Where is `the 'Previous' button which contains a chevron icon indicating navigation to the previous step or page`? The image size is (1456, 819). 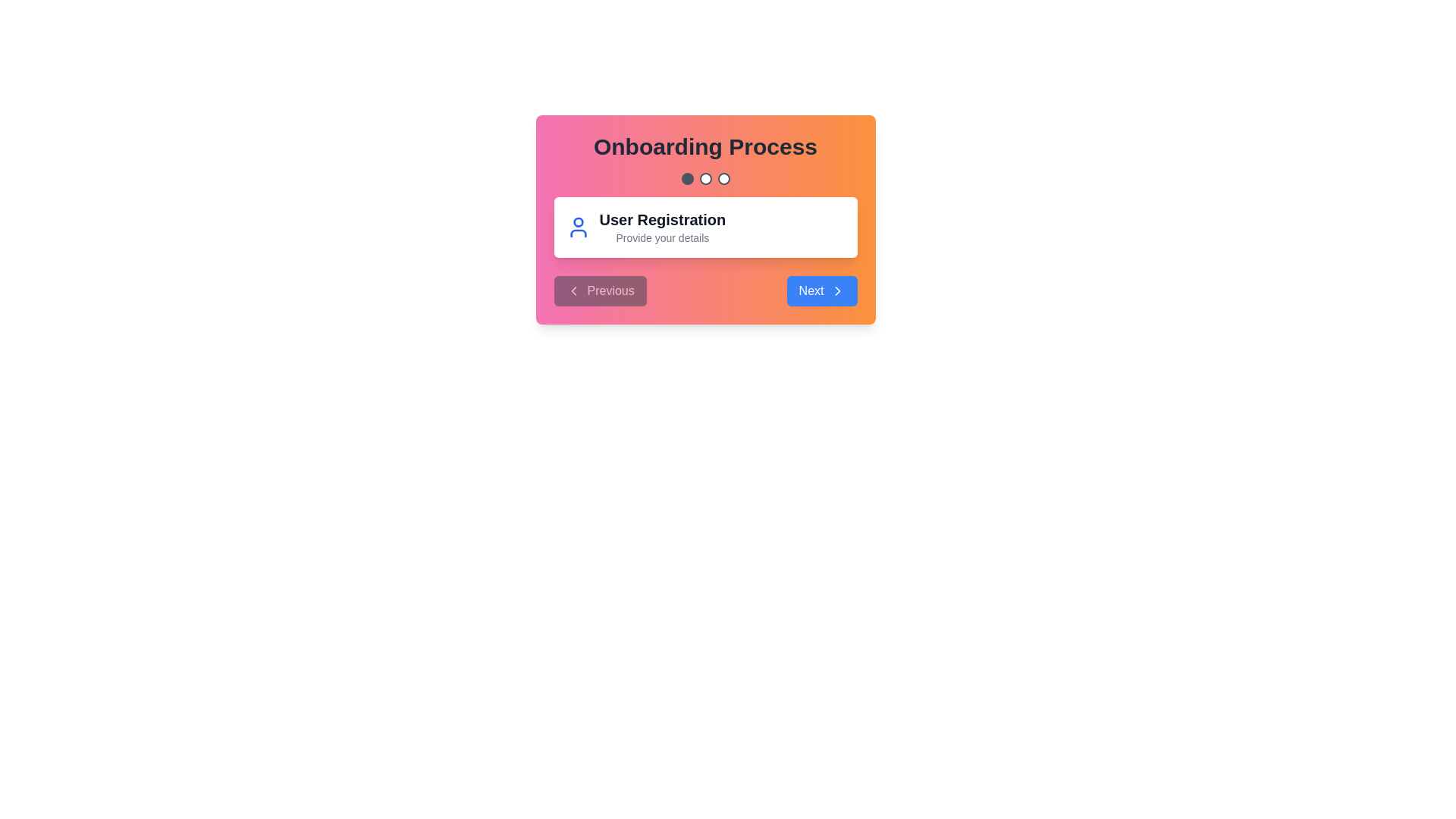
the 'Previous' button which contains a chevron icon indicating navigation to the previous step or page is located at coordinates (573, 291).